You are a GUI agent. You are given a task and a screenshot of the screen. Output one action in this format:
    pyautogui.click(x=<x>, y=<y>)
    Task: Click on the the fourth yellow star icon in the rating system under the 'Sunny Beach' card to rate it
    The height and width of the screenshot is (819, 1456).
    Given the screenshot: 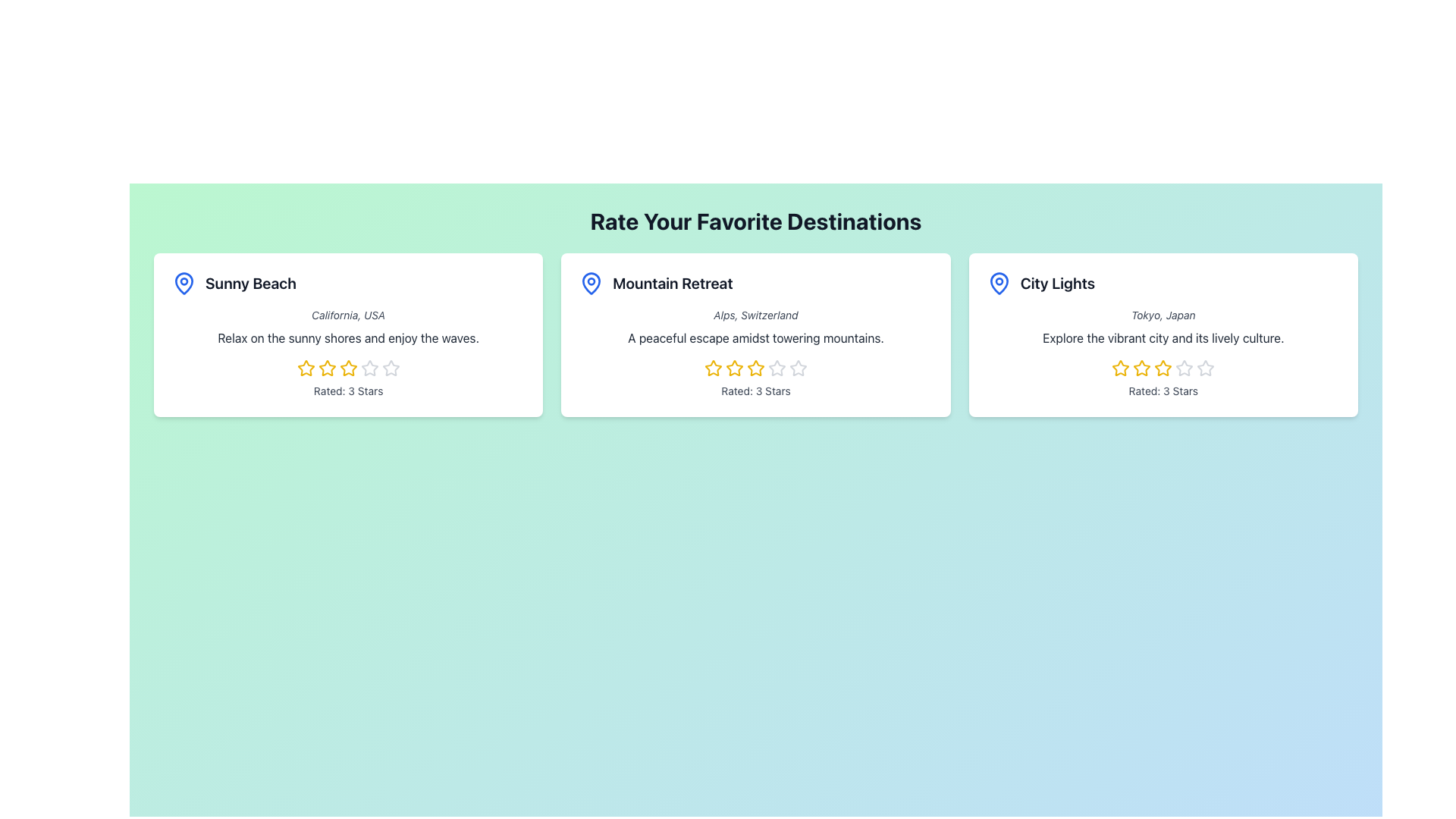 What is the action you would take?
    pyautogui.click(x=347, y=369)
    